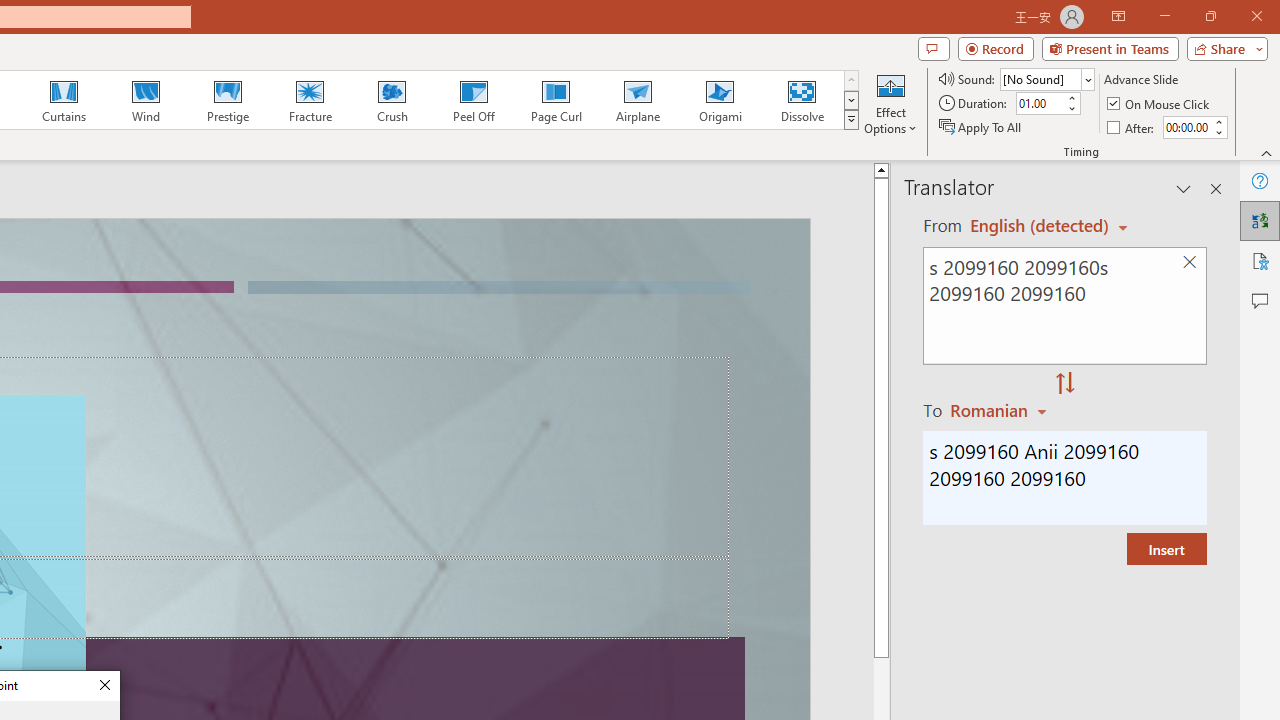 Image resolution: width=1280 pixels, height=720 pixels. Describe the element at coordinates (1064, 384) in the screenshot. I see `'Swap "from" and "to" languages.'` at that location.